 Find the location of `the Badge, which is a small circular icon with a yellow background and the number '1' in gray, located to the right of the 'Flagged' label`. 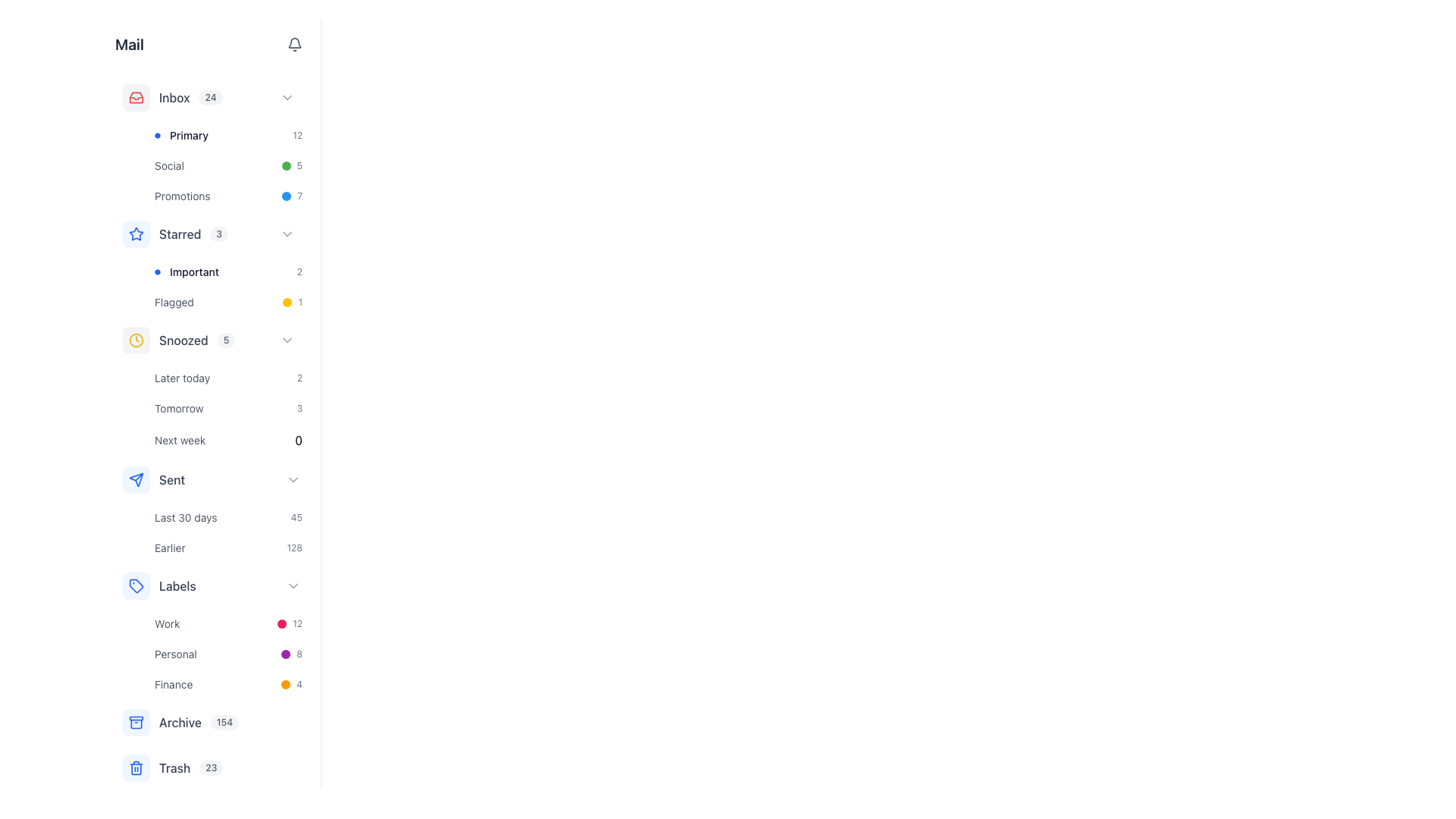

the Badge, which is a small circular icon with a yellow background and the number '1' in gray, located to the right of the 'Flagged' label is located at coordinates (293, 302).